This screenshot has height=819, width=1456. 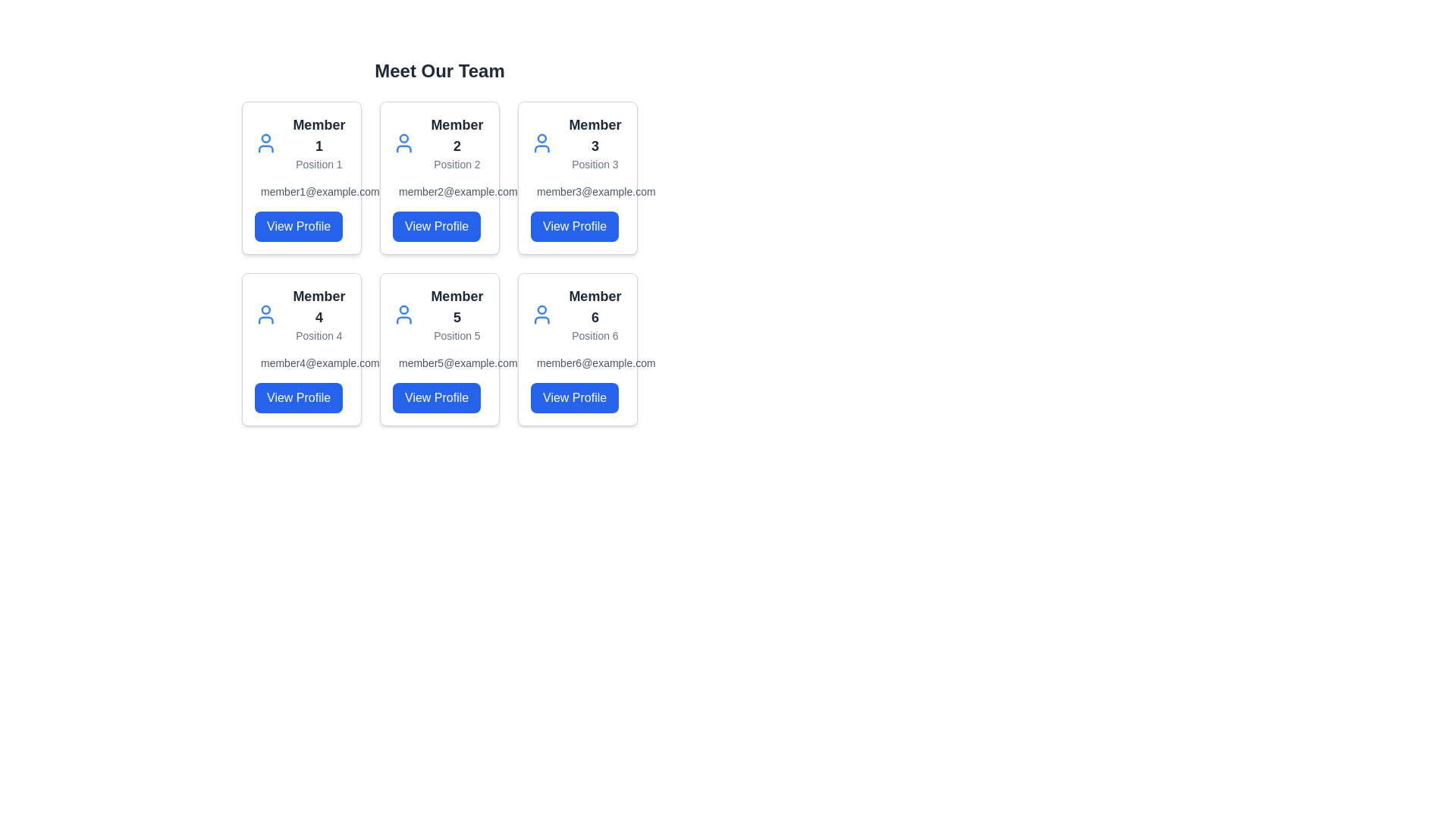 I want to click on the Static Text Label displaying 'Position 5' located in the second row, middle column of the card grid, so click(x=456, y=335).